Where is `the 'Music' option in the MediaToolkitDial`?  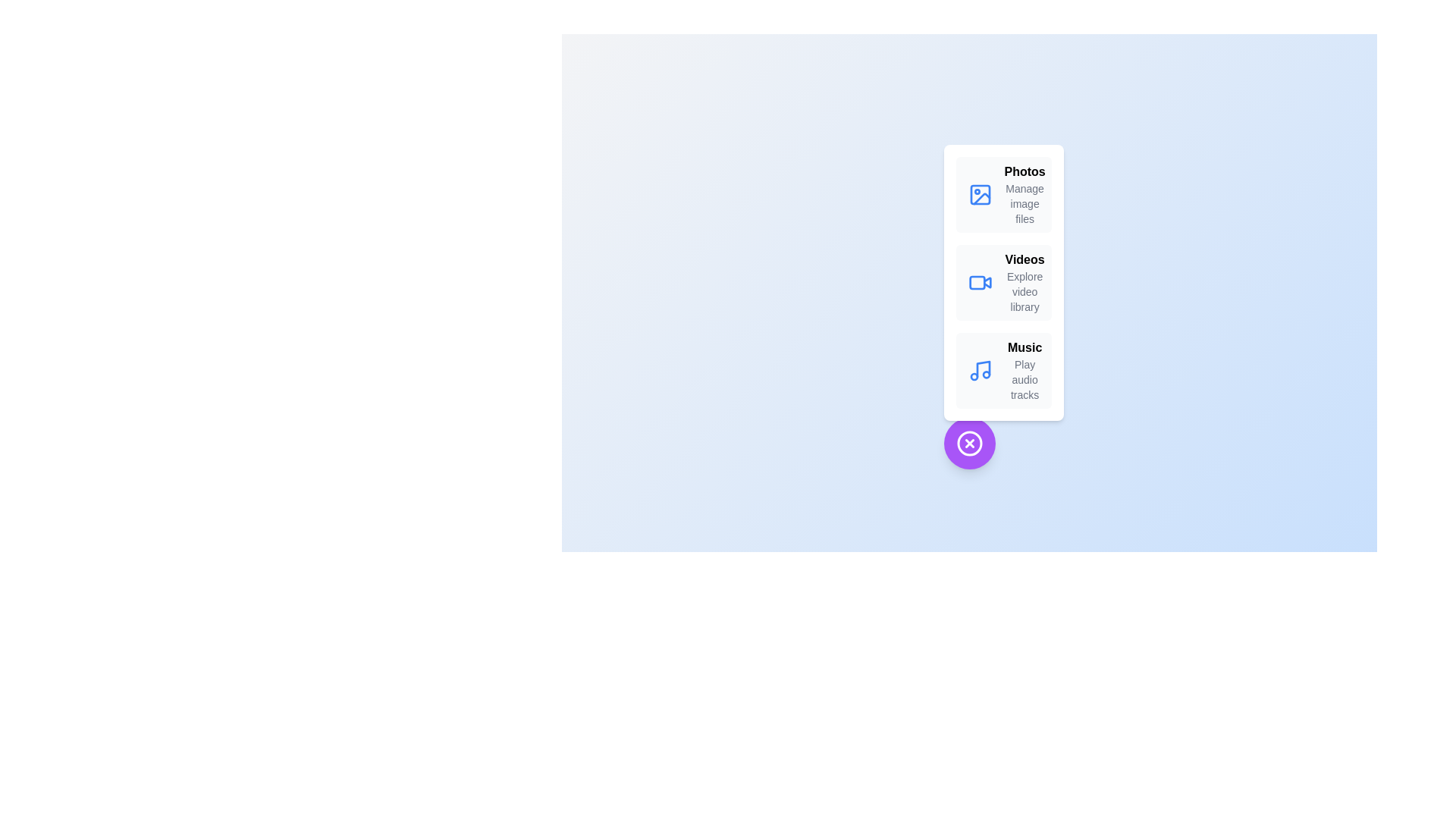 the 'Music' option in the MediaToolkitDial is located at coordinates (1003, 371).